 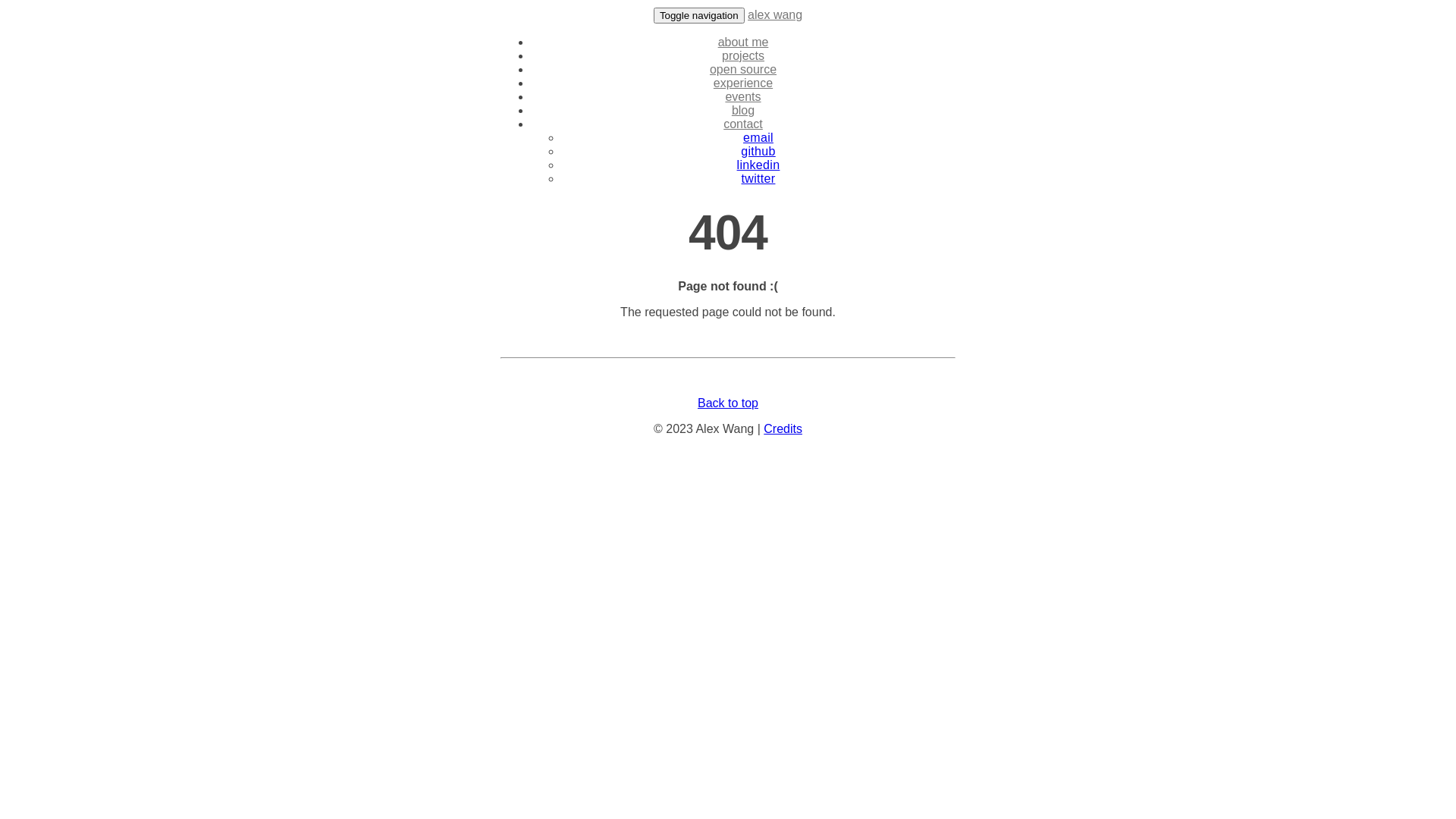 What do you see at coordinates (742, 109) in the screenshot?
I see `'blog'` at bounding box center [742, 109].